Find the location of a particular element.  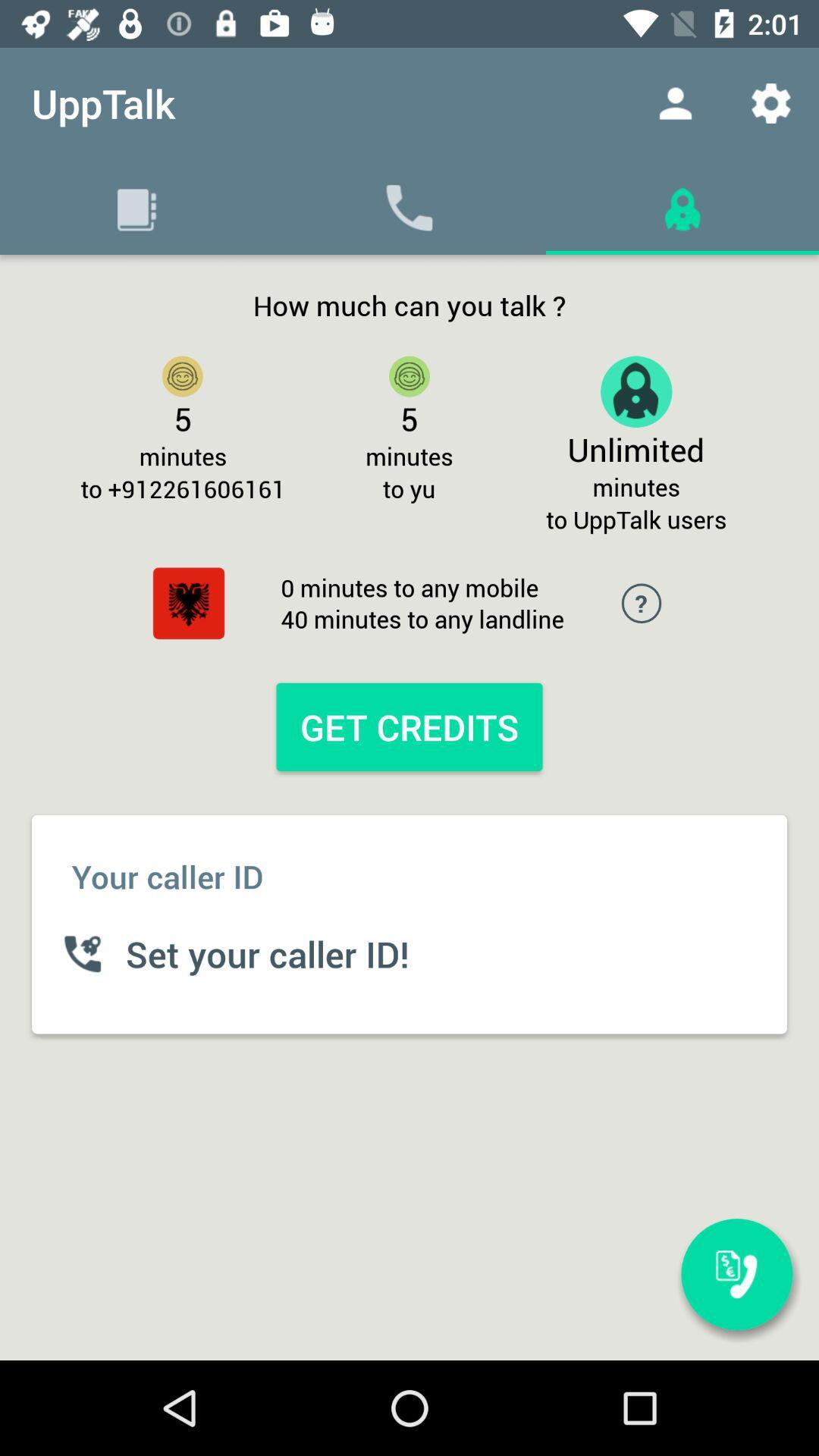

item next to the 0 minutes to icon is located at coordinates (188, 602).